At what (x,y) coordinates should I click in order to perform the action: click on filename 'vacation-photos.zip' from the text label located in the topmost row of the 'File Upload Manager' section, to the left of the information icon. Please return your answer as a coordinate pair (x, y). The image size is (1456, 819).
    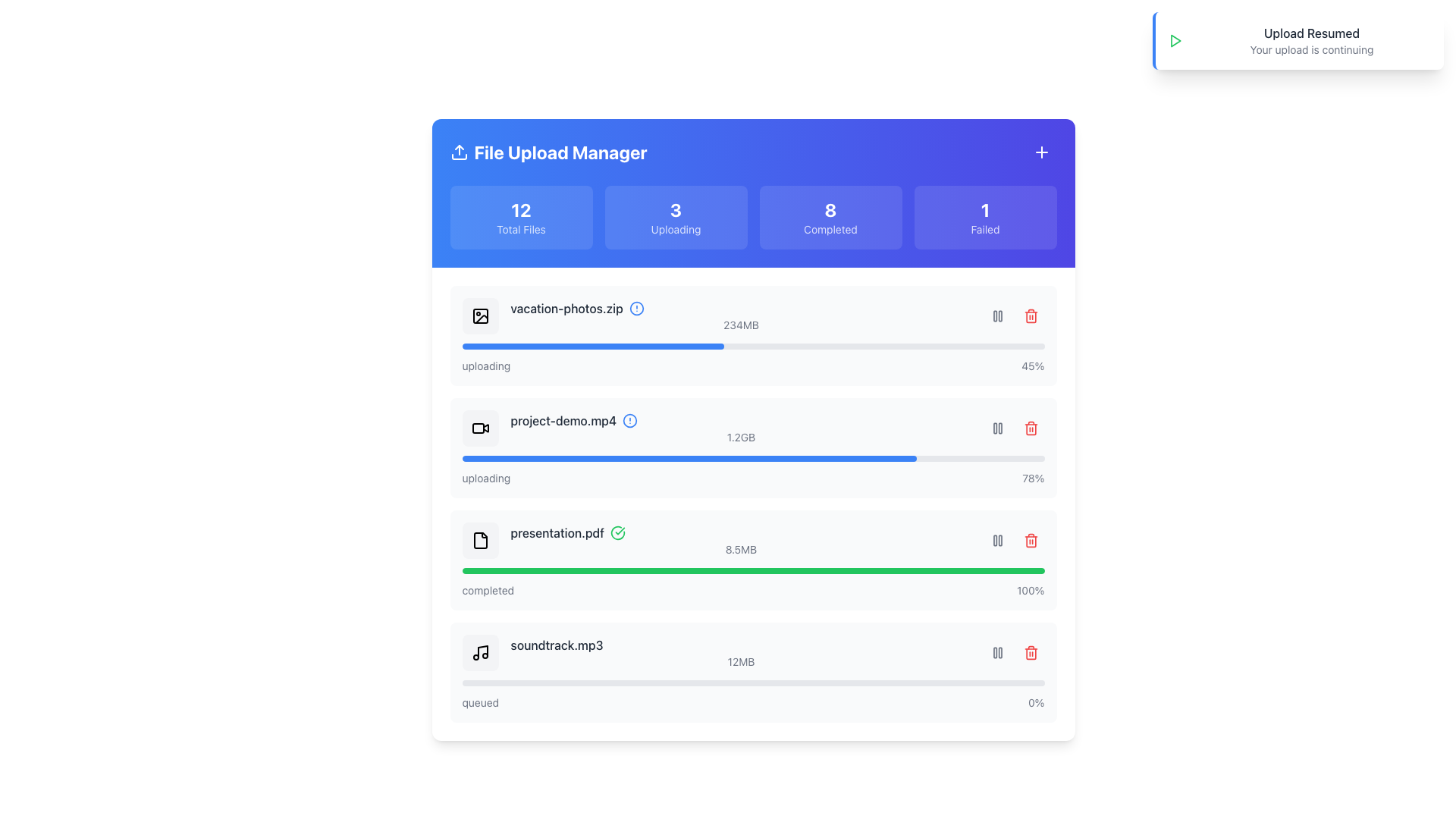
    Looking at the image, I should click on (566, 308).